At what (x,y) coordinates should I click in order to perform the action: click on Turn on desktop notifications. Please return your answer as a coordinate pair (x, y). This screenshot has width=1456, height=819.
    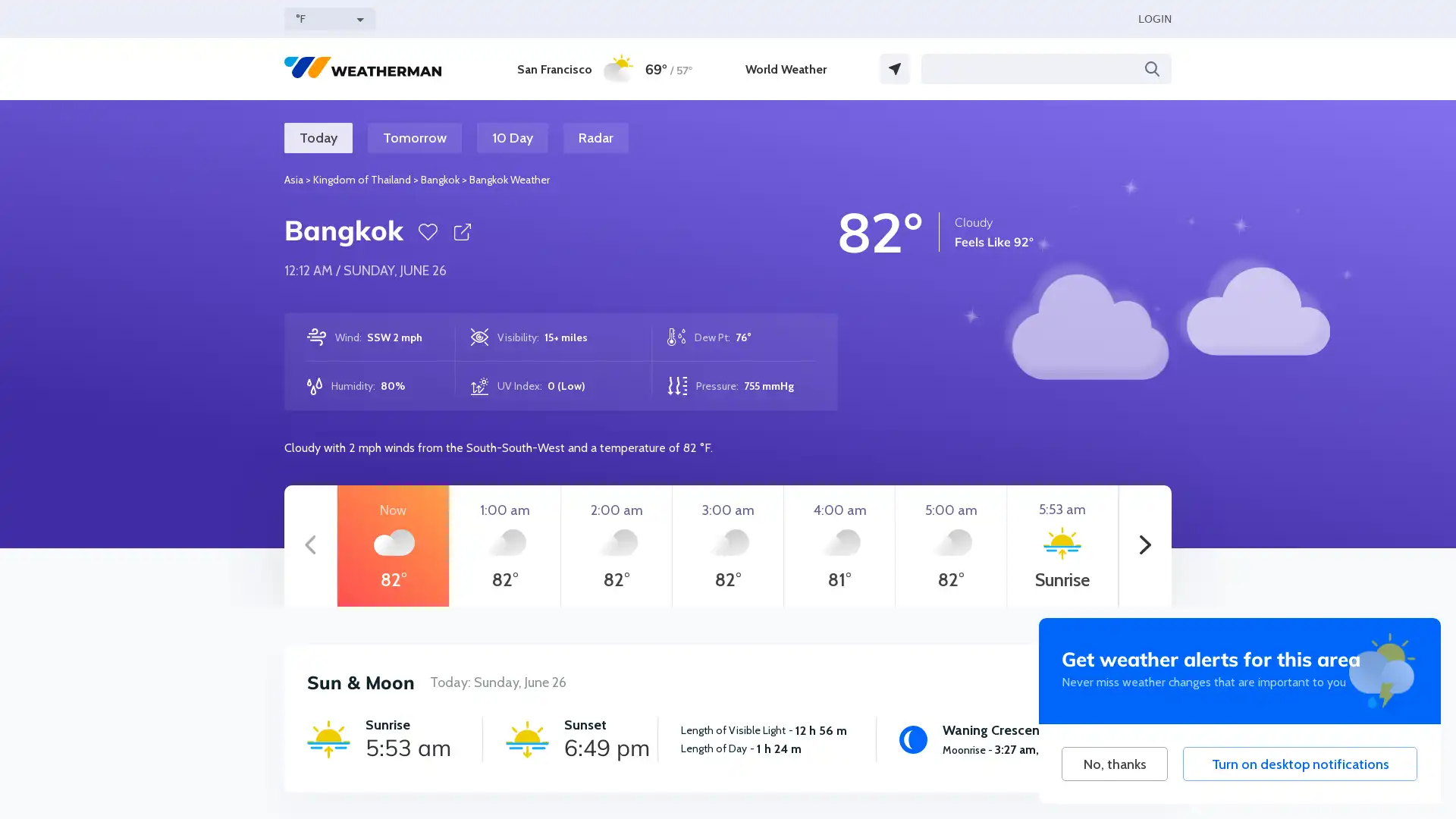
    Looking at the image, I should click on (1299, 764).